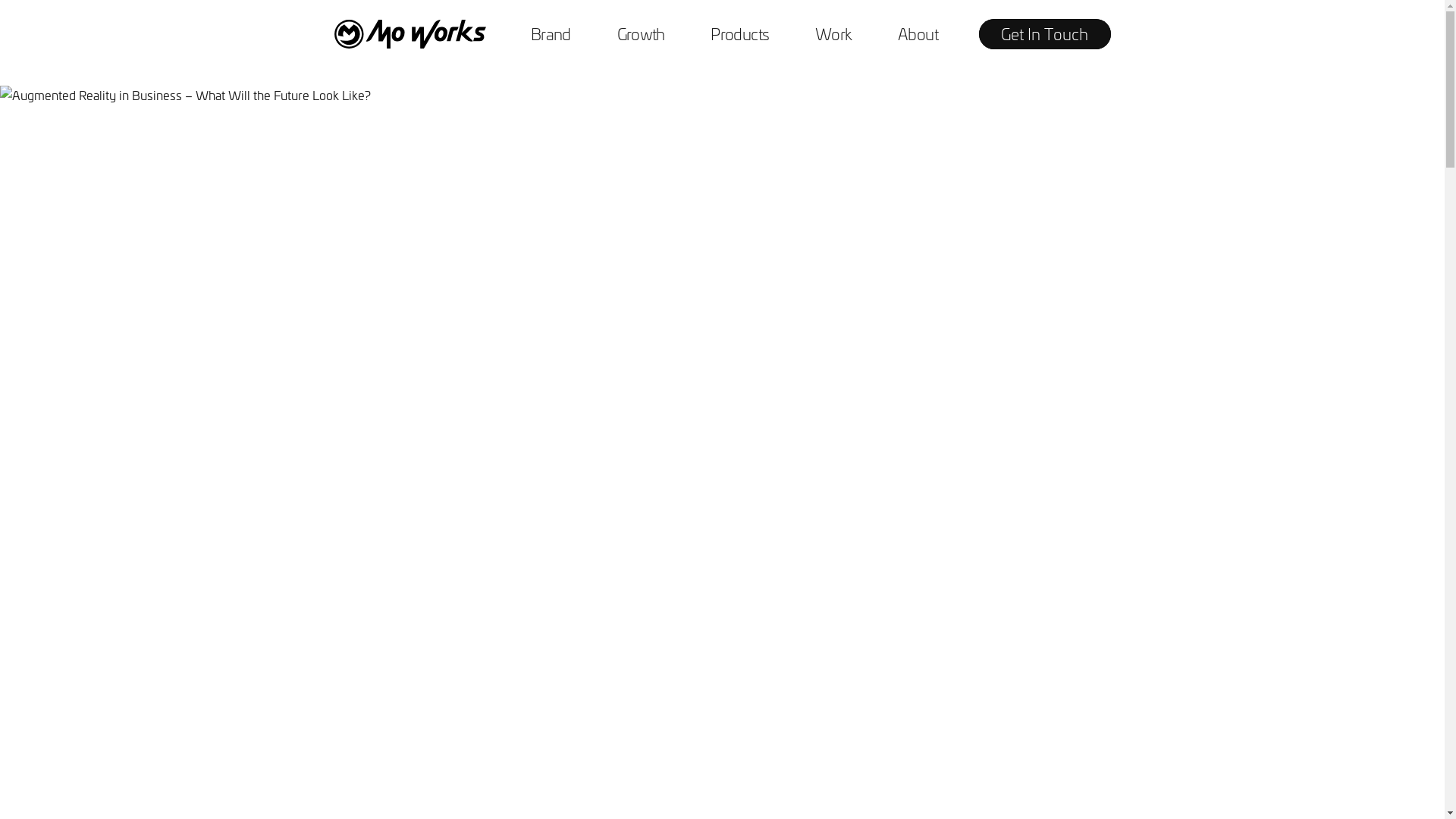  What do you see at coordinates (1043, 34) in the screenshot?
I see `'Get In Touch'` at bounding box center [1043, 34].